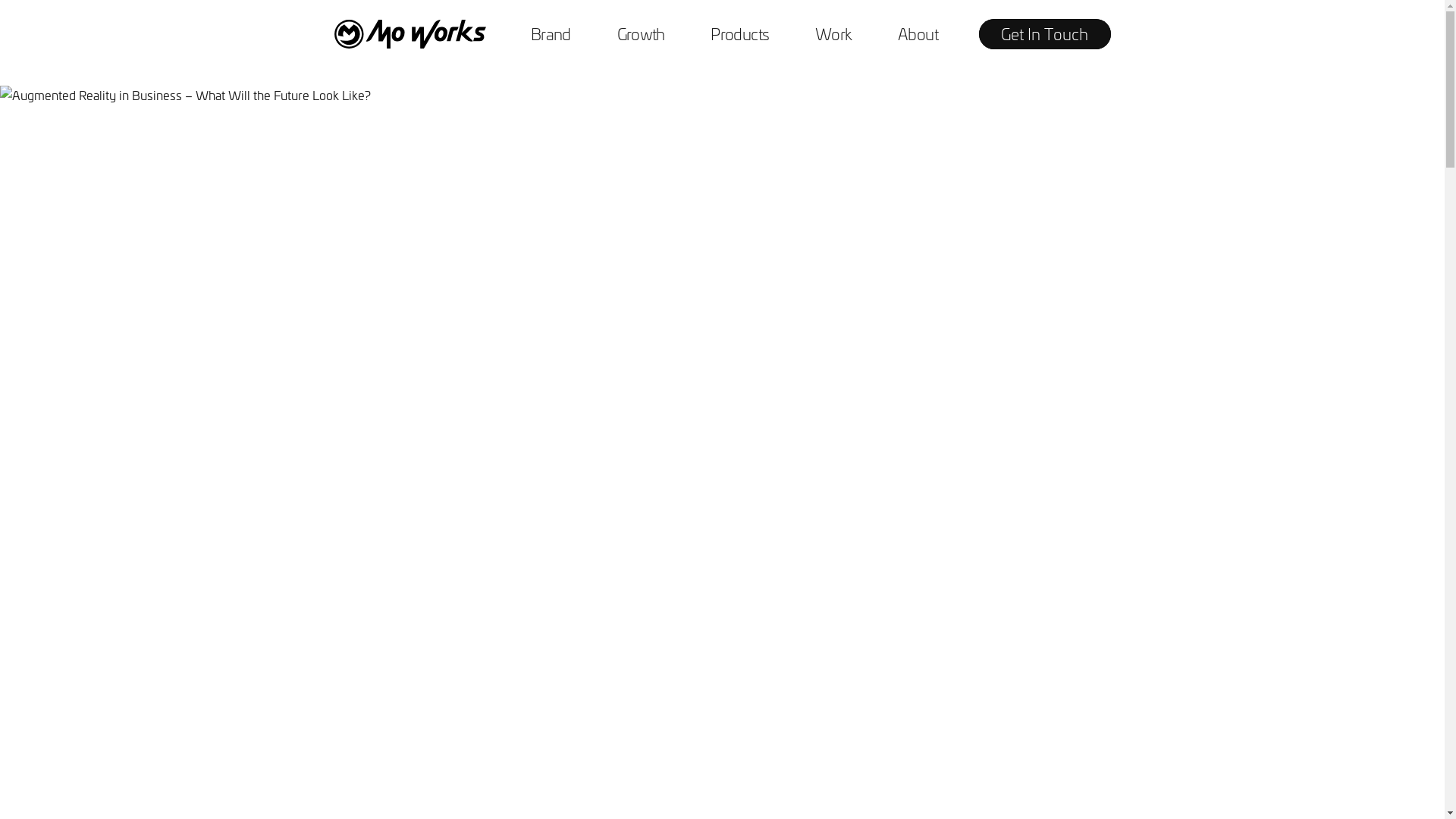  What do you see at coordinates (1043, 34) in the screenshot?
I see `'Get In Touch'` at bounding box center [1043, 34].